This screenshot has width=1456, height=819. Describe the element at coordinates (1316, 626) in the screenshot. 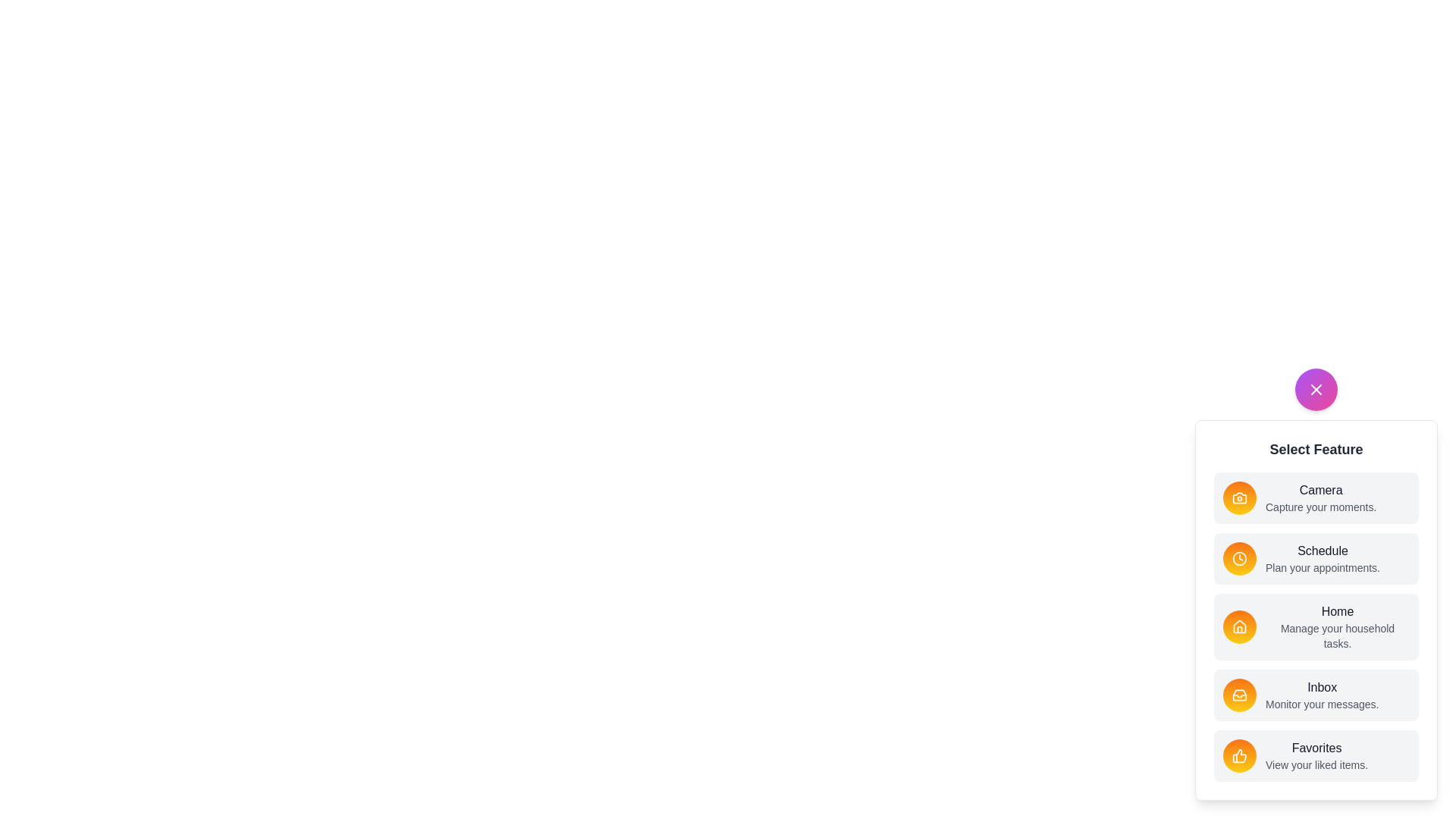

I see `the feature item labeled Home to select it` at that location.